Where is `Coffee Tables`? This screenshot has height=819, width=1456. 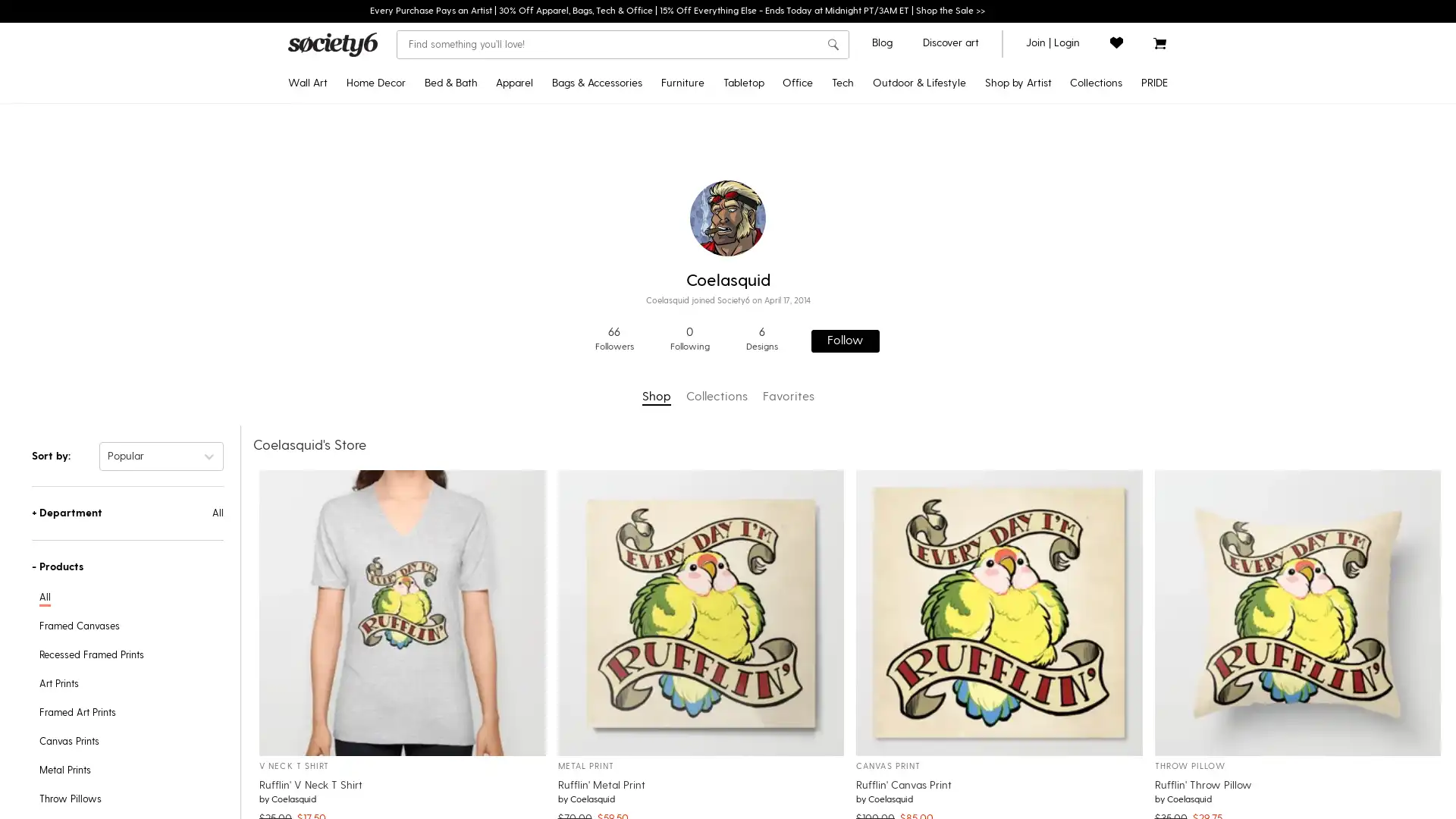
Coffee Tables is located at coordinates (708, 243).